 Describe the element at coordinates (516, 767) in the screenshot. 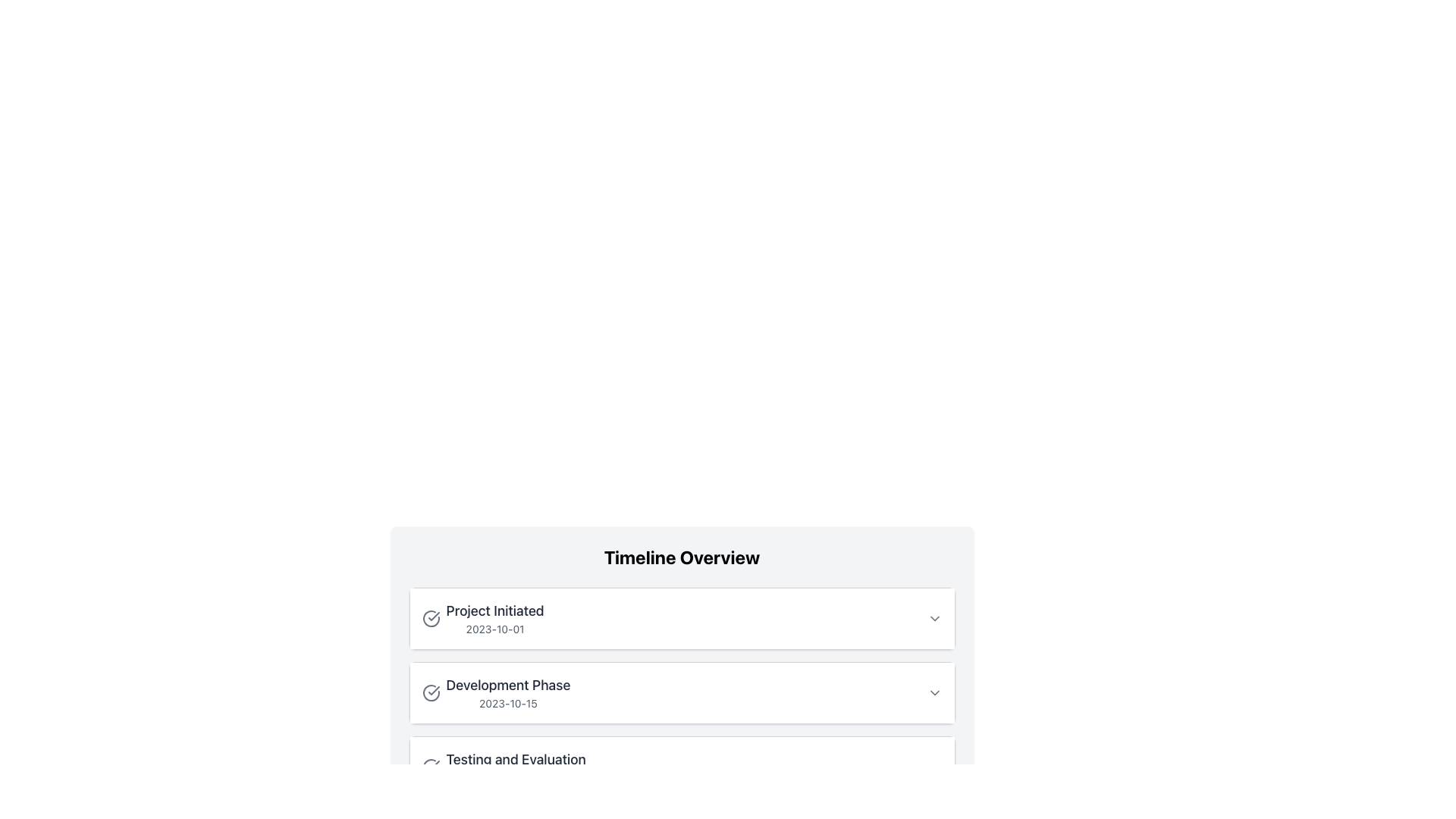

I see `text content of the third item in the vertical timeline list, which displays 'Testing and Evaluation' and '2023-11-01'` at that location.